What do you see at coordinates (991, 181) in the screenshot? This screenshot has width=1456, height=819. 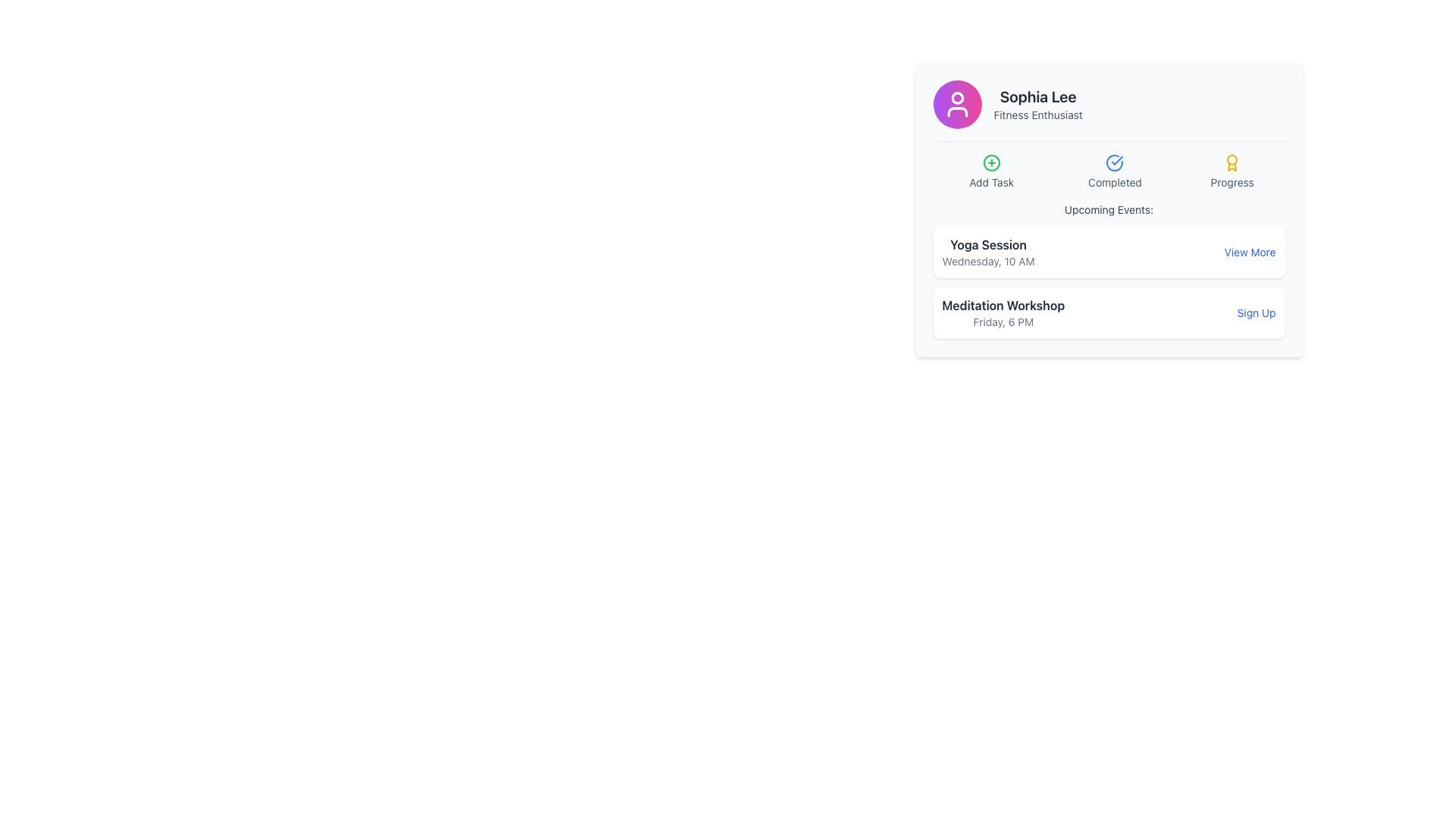 I see `the 'Add Task' label, which is a small gray text located below the green 'plus' icon in the upper section of the interface` at bounding box center [991, 181].